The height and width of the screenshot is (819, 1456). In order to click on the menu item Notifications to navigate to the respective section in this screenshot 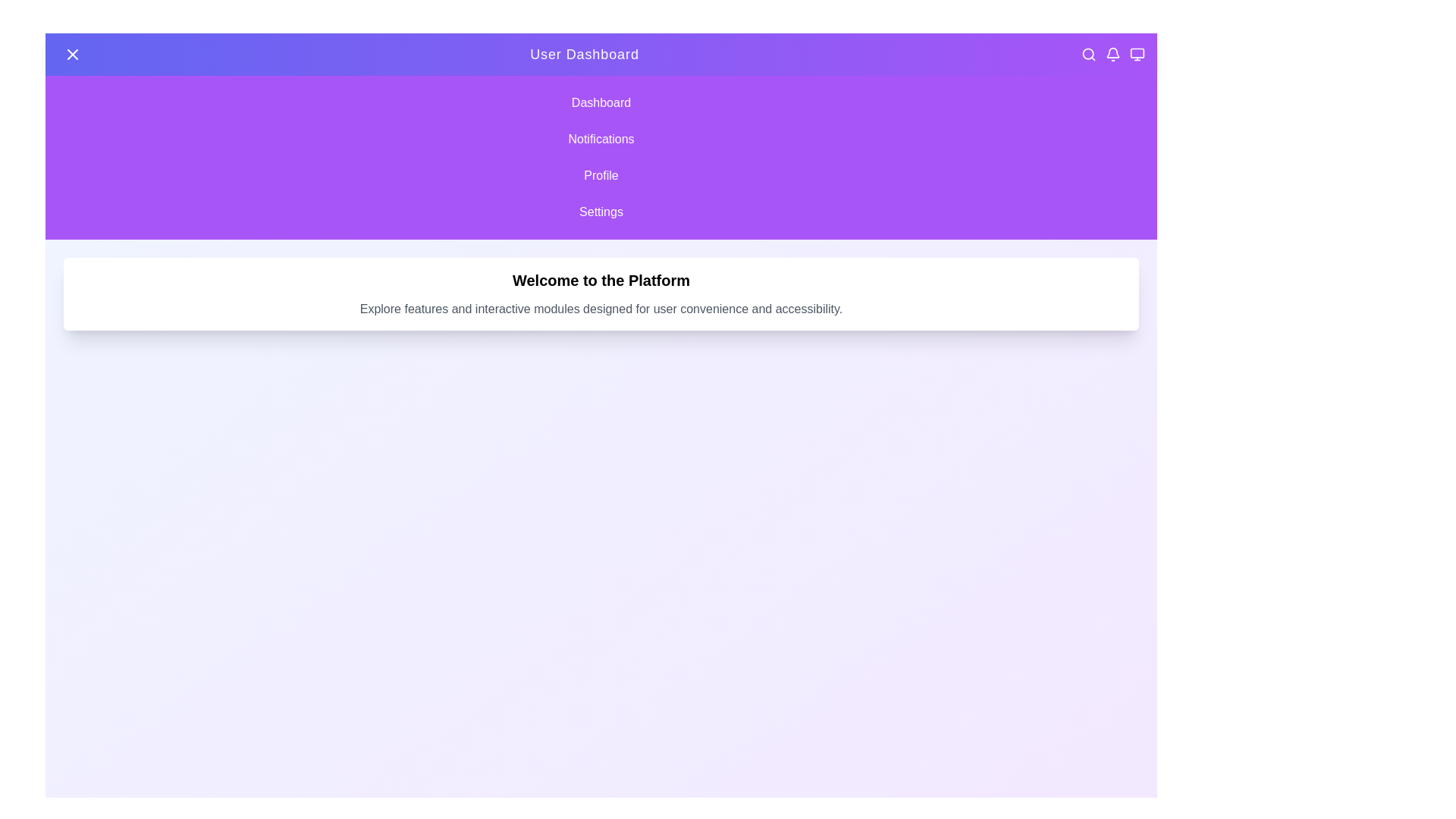, I will do `click(600, 140)`.